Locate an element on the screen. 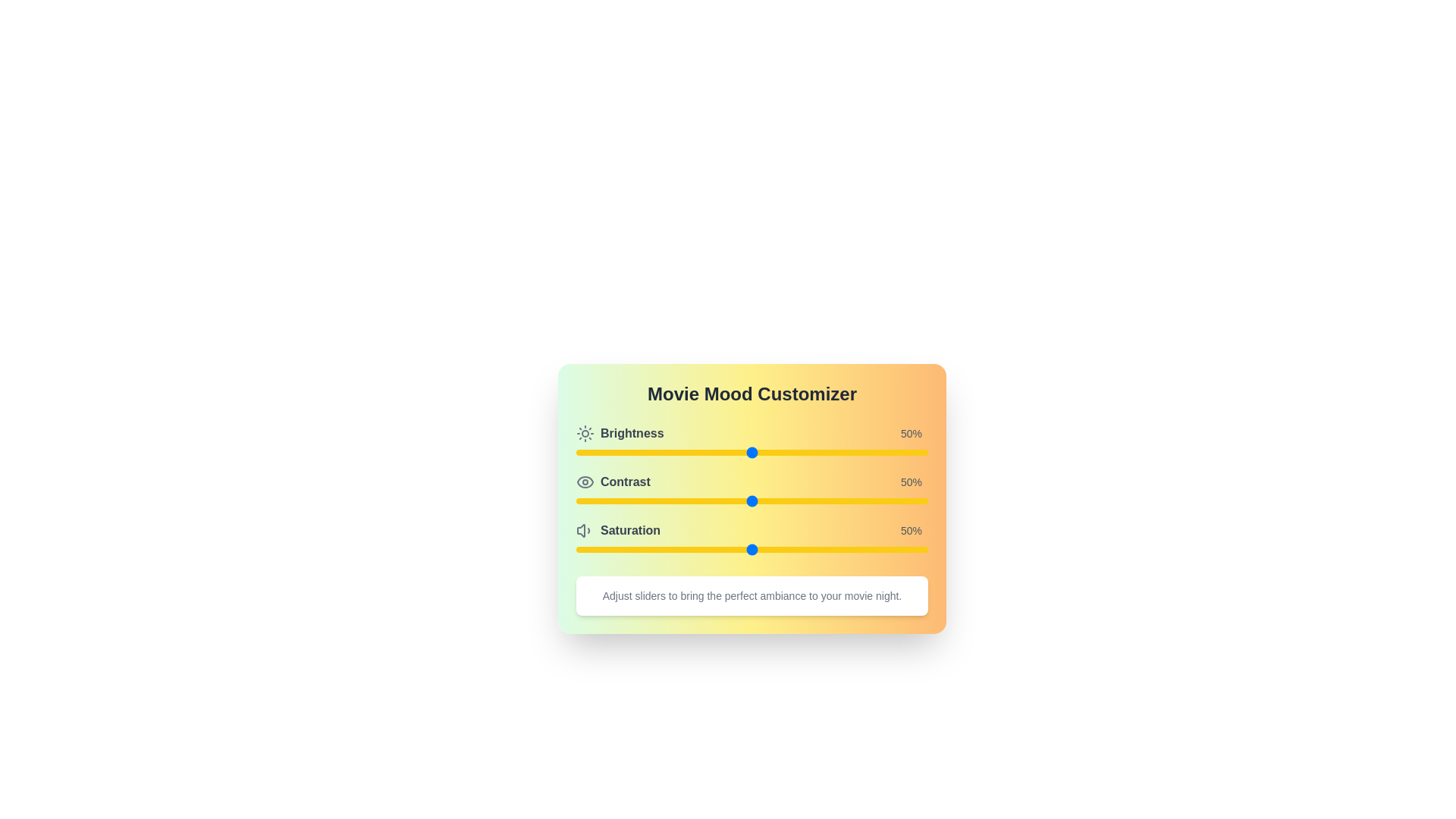  brightness is located at coordinates (814, 452).